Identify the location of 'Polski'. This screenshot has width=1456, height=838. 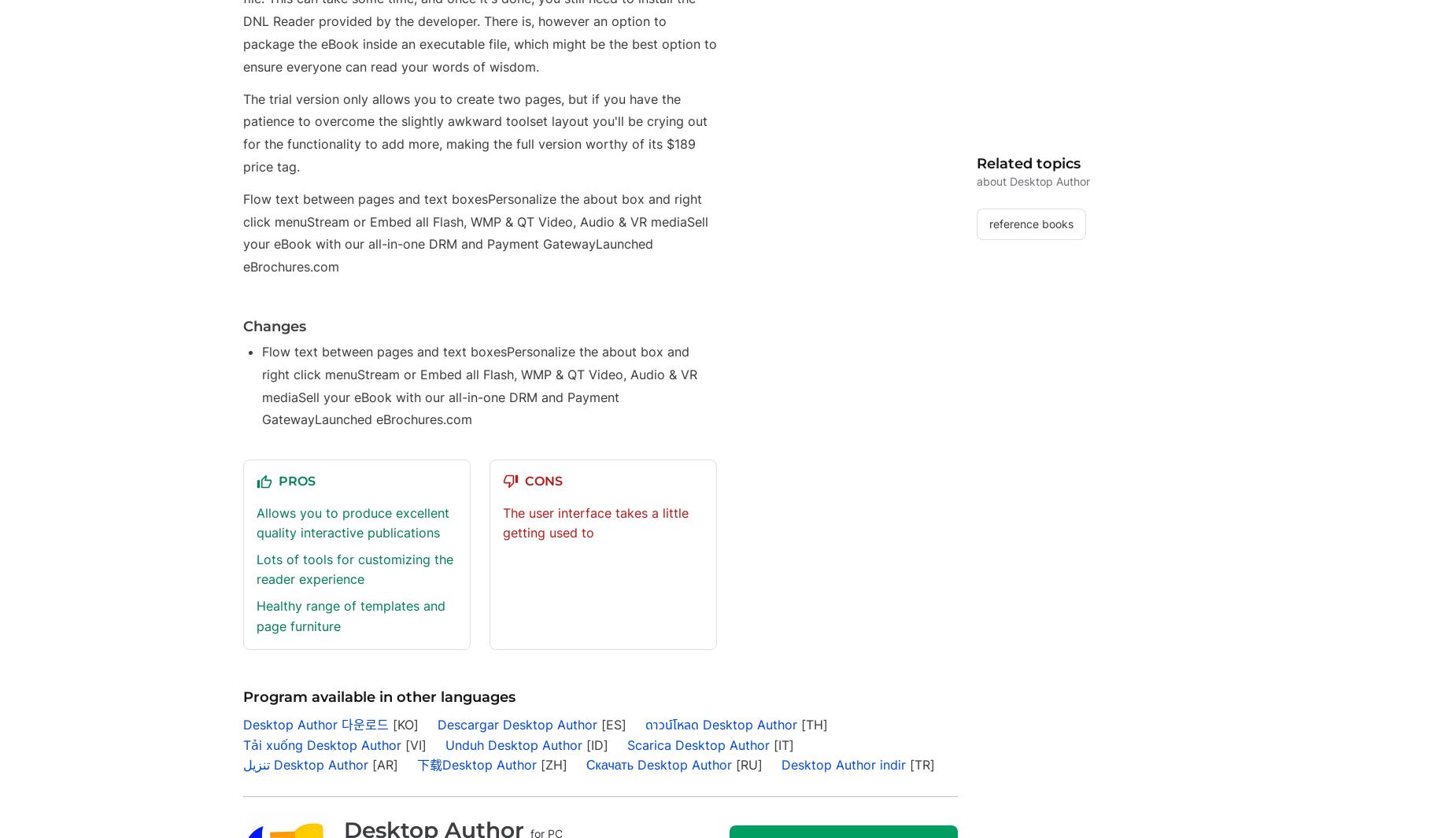
(811, 123).